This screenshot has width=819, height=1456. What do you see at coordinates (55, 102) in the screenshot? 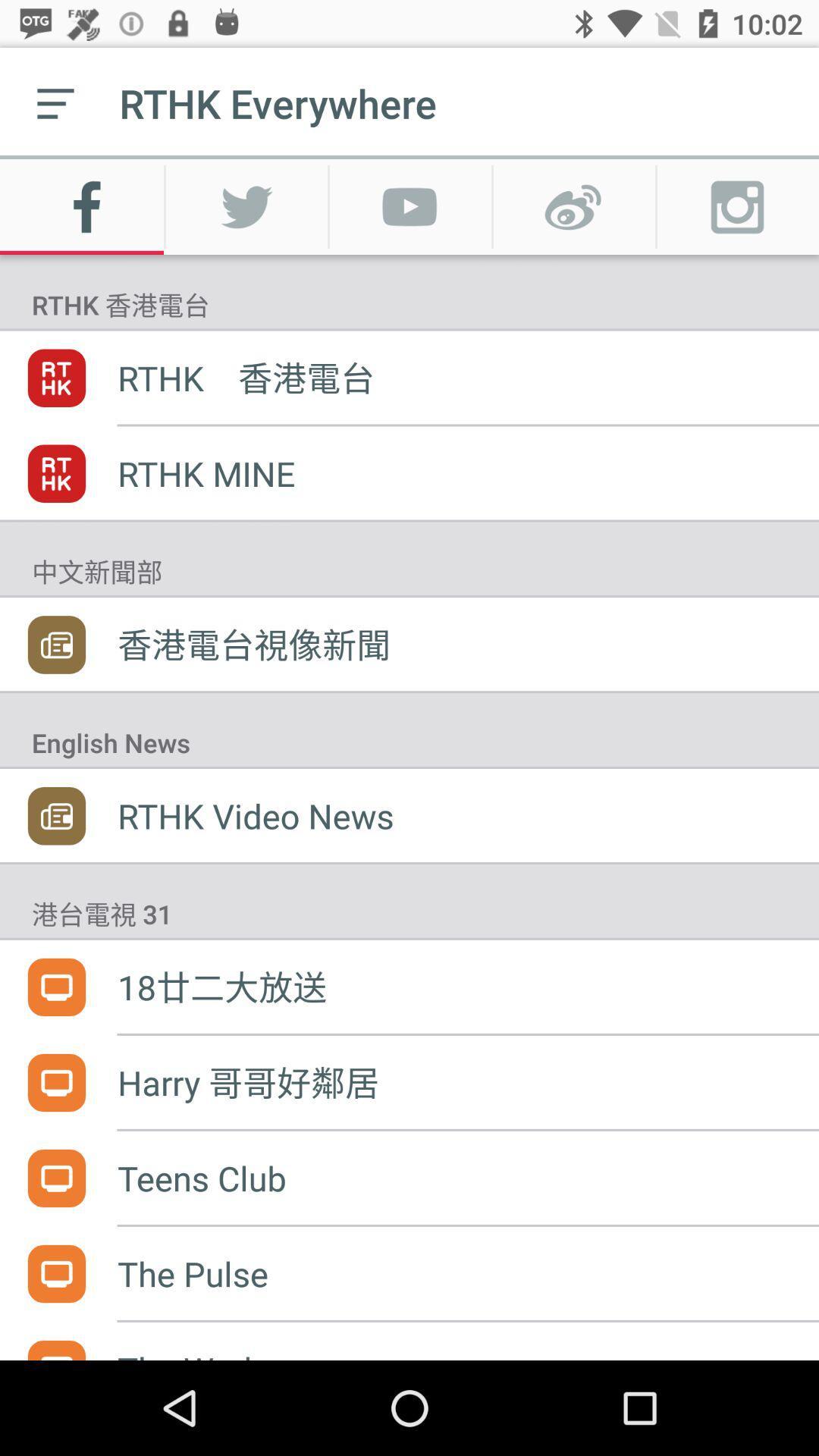
I see `the item next to the rthk everywhere app` at bounding box center [55, 102].